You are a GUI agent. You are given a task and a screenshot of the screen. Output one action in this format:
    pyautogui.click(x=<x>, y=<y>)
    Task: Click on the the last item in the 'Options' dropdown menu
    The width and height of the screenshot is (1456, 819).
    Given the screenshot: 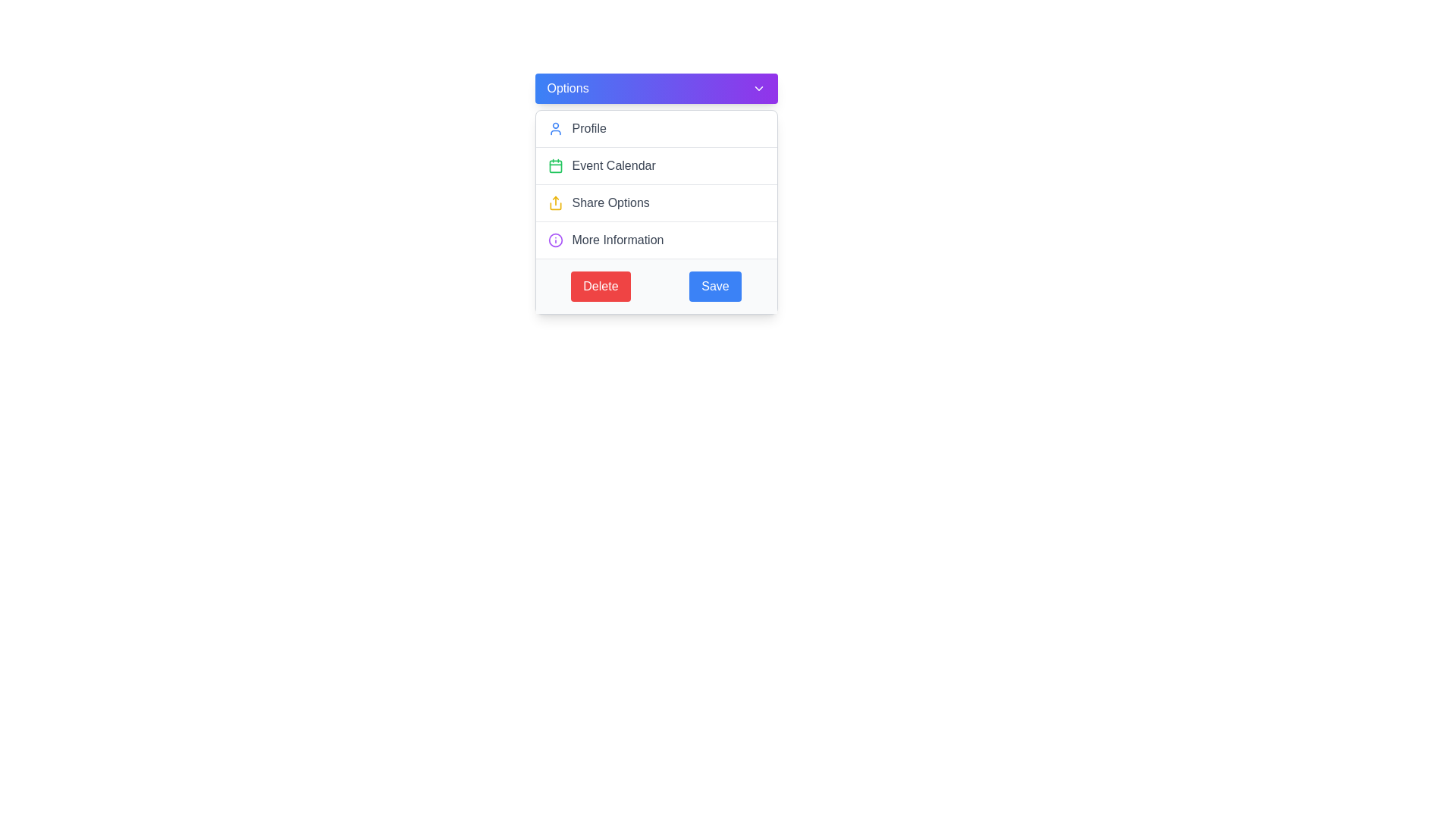 What is the action you would take?
    pyautogui.click(x=656, y=239)
    